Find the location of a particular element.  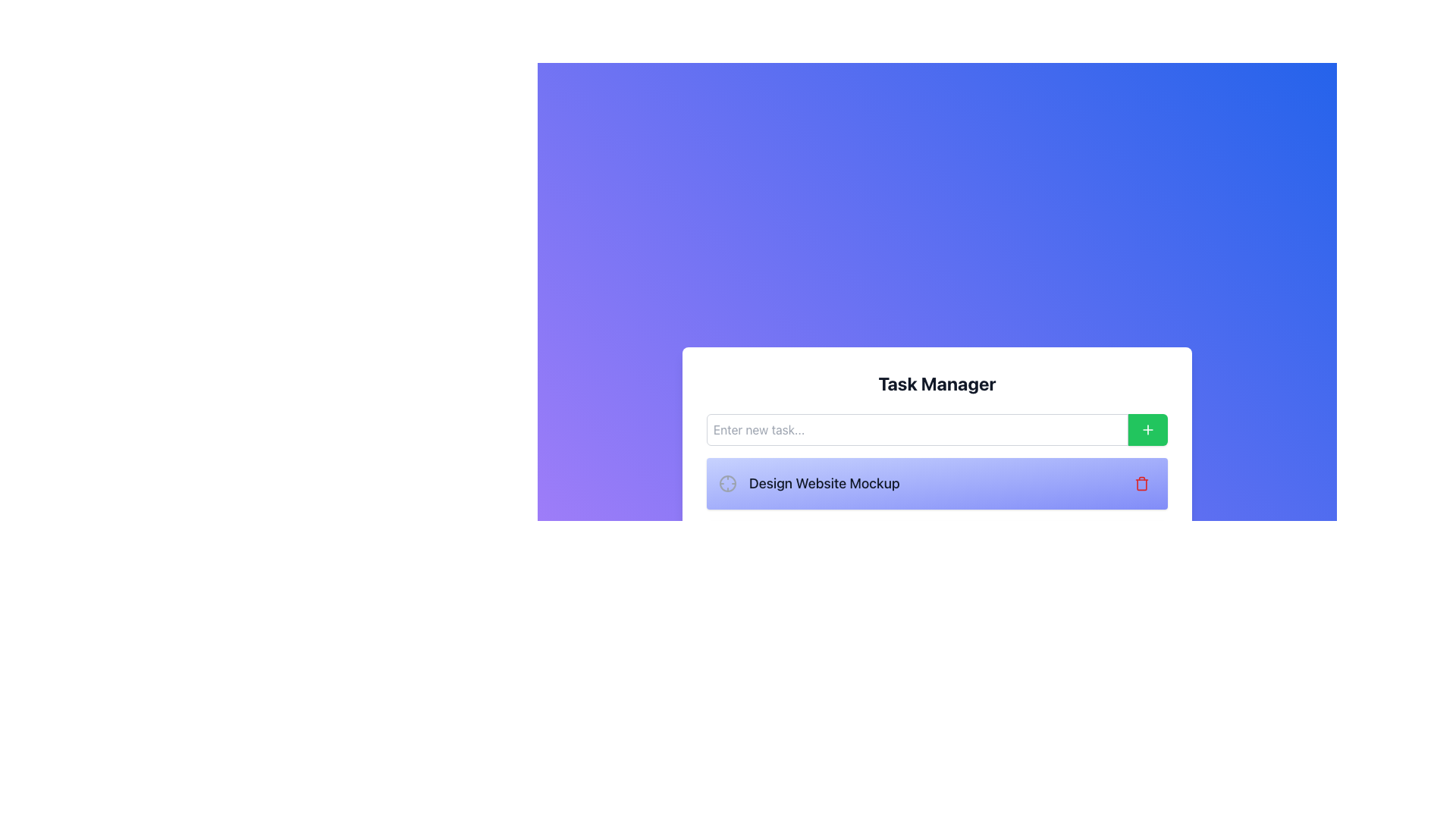

the Text Label that describes the task in the task management application is located at coordinates (824, 483).